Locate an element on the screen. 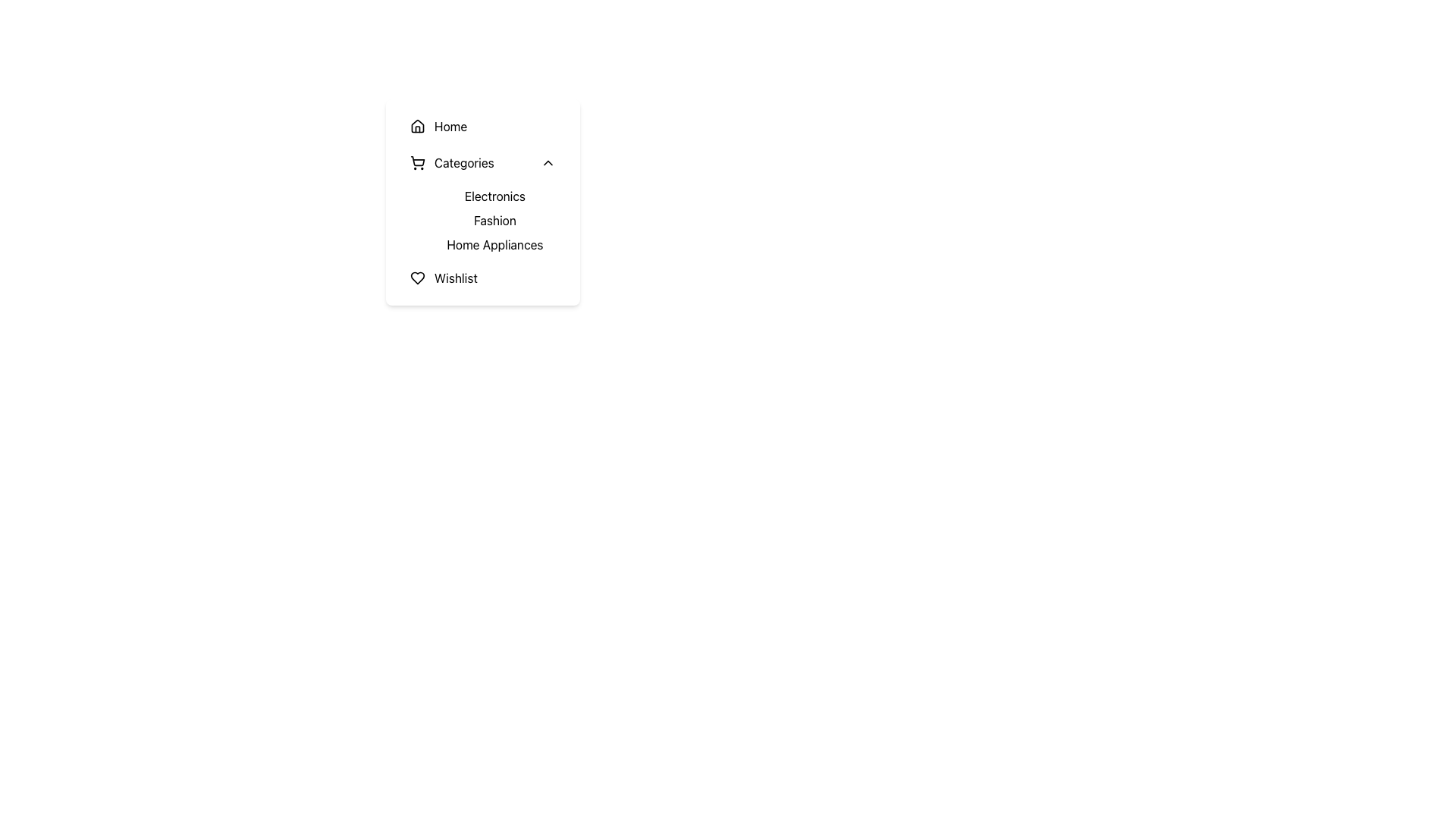 The image size is (1456, 819). the 'Electronics' menu link located under the 'Categories' heading is located at coordinates (482, 201).